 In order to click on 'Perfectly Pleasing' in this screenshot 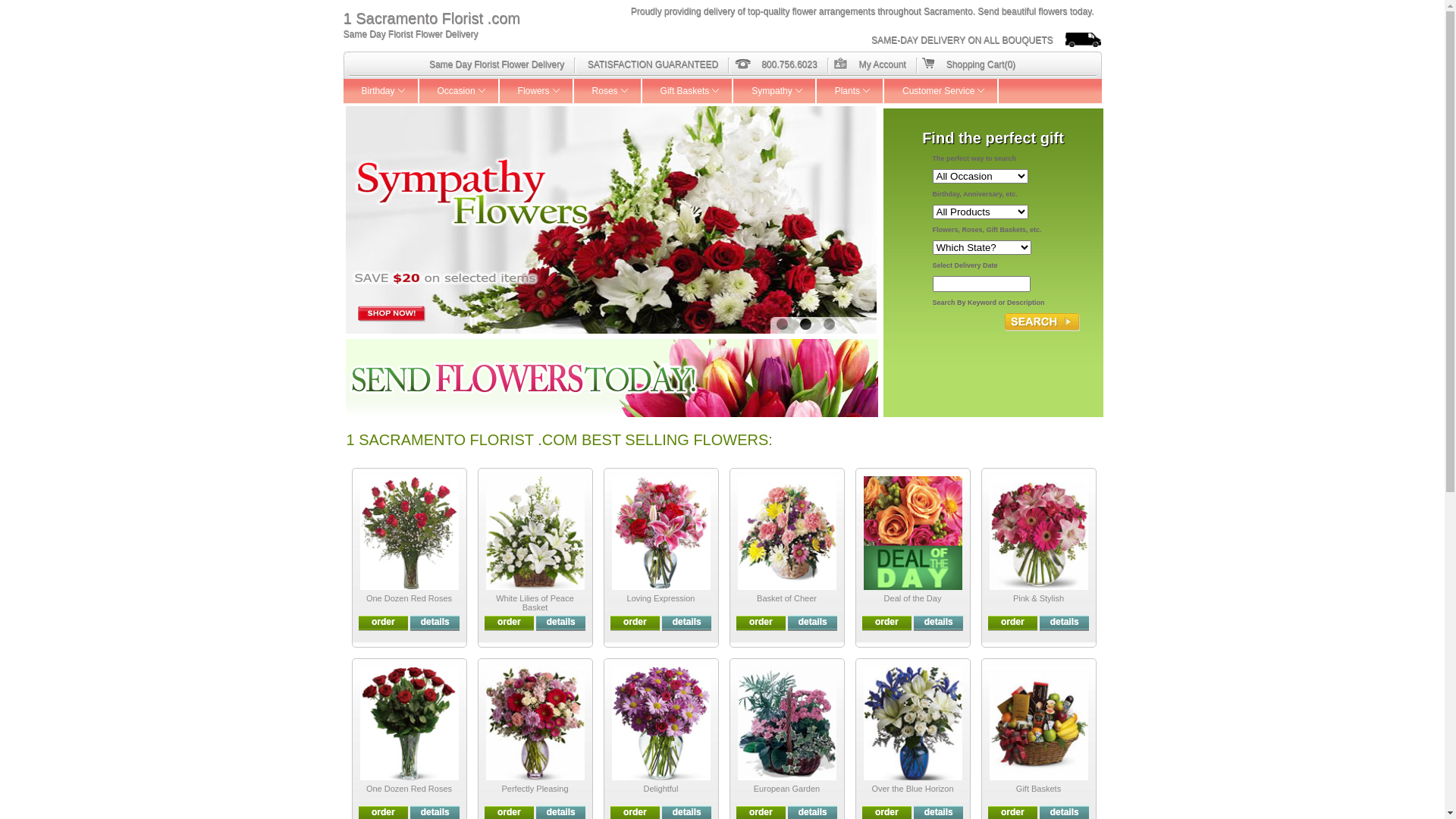, I will do `click(535, 788)`.